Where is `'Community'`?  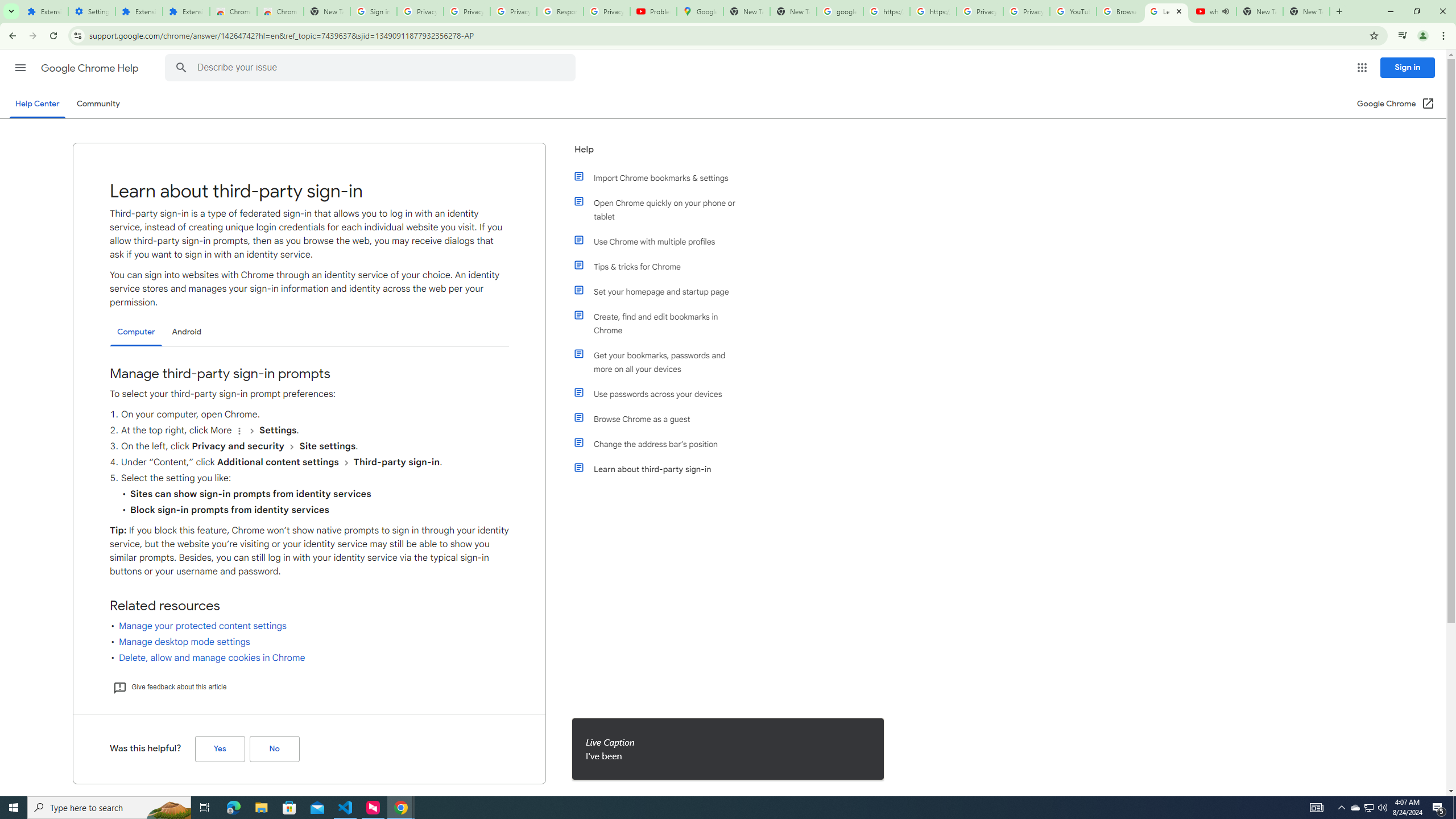 'Community' is located at coordinates (97, 103).